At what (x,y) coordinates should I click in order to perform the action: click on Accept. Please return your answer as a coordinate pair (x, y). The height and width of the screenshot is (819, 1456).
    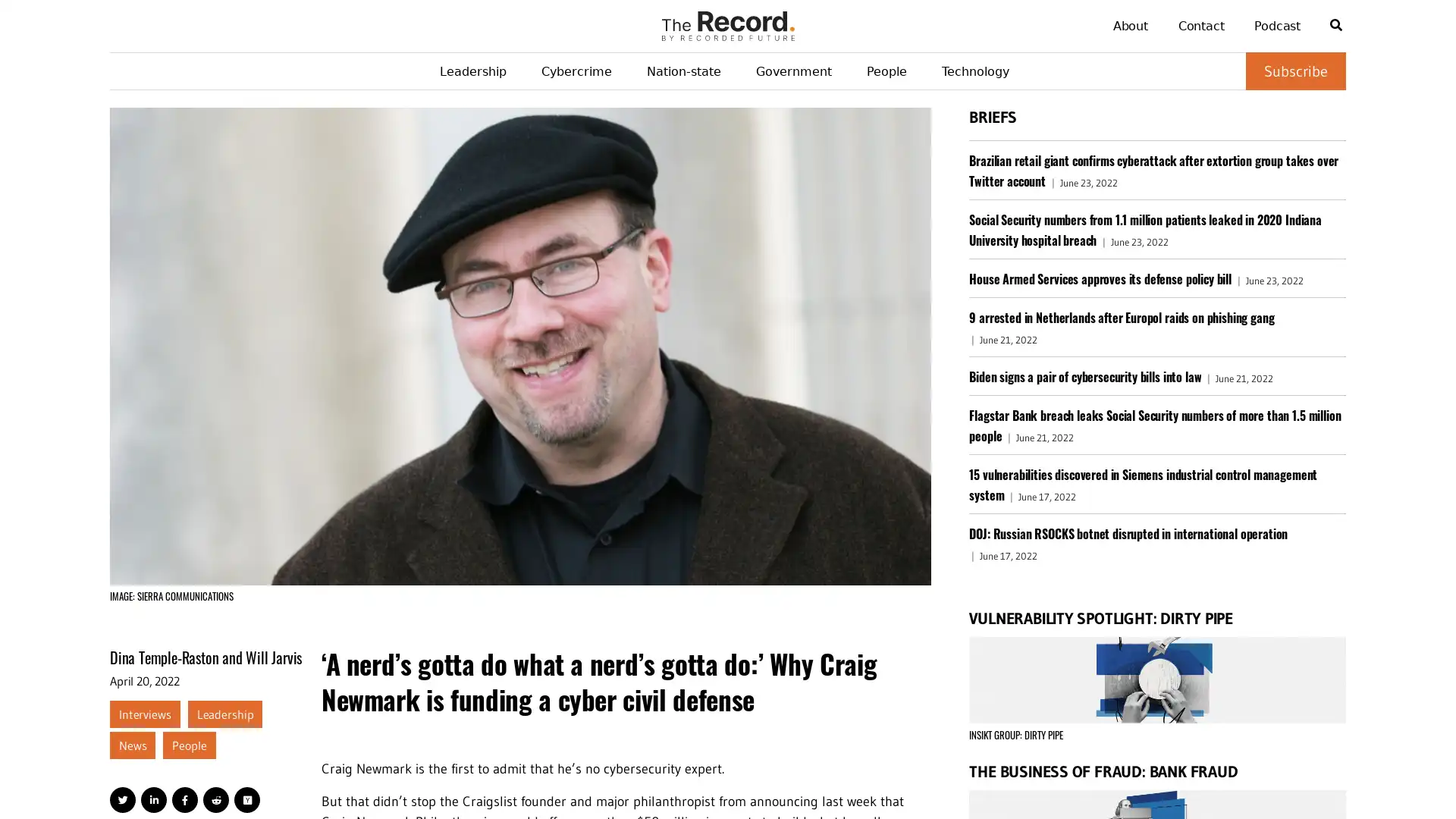
    Looking at the image, I should click on (1403, 781).